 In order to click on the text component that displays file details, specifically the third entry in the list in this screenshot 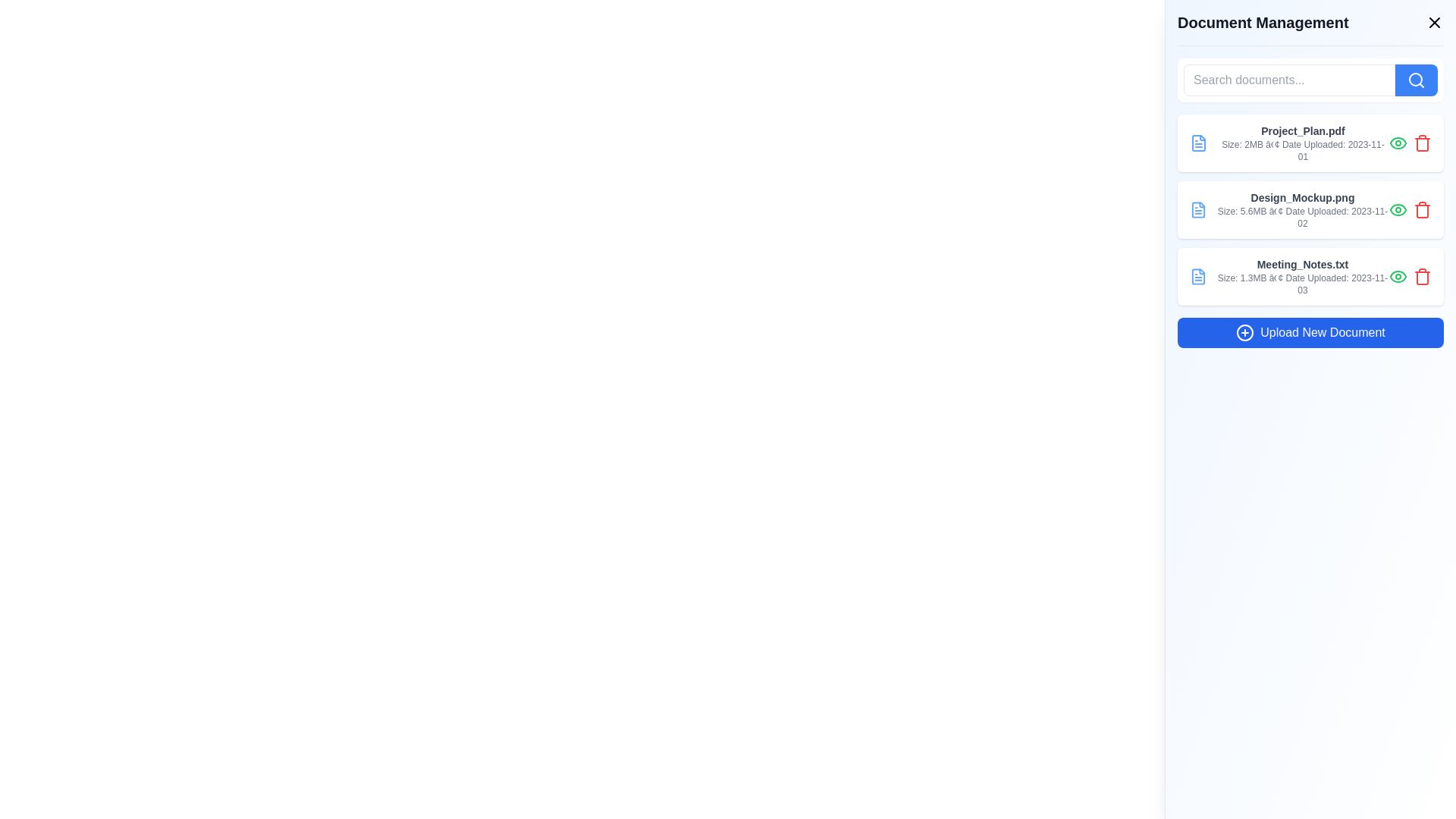, I will do `click(1302, 277)`.